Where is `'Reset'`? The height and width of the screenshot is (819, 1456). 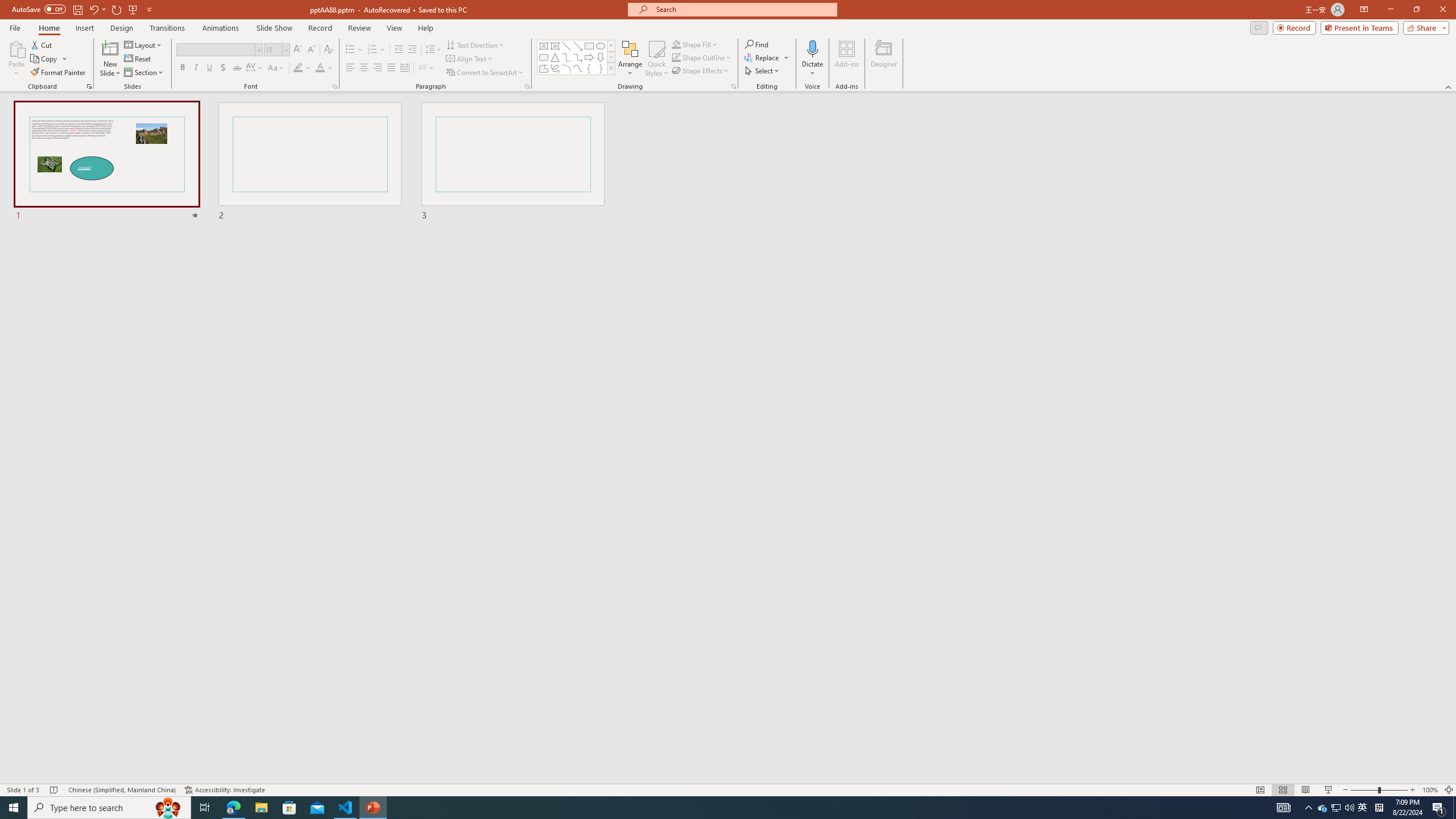 'Reset' is located at coordinates (138, 59).